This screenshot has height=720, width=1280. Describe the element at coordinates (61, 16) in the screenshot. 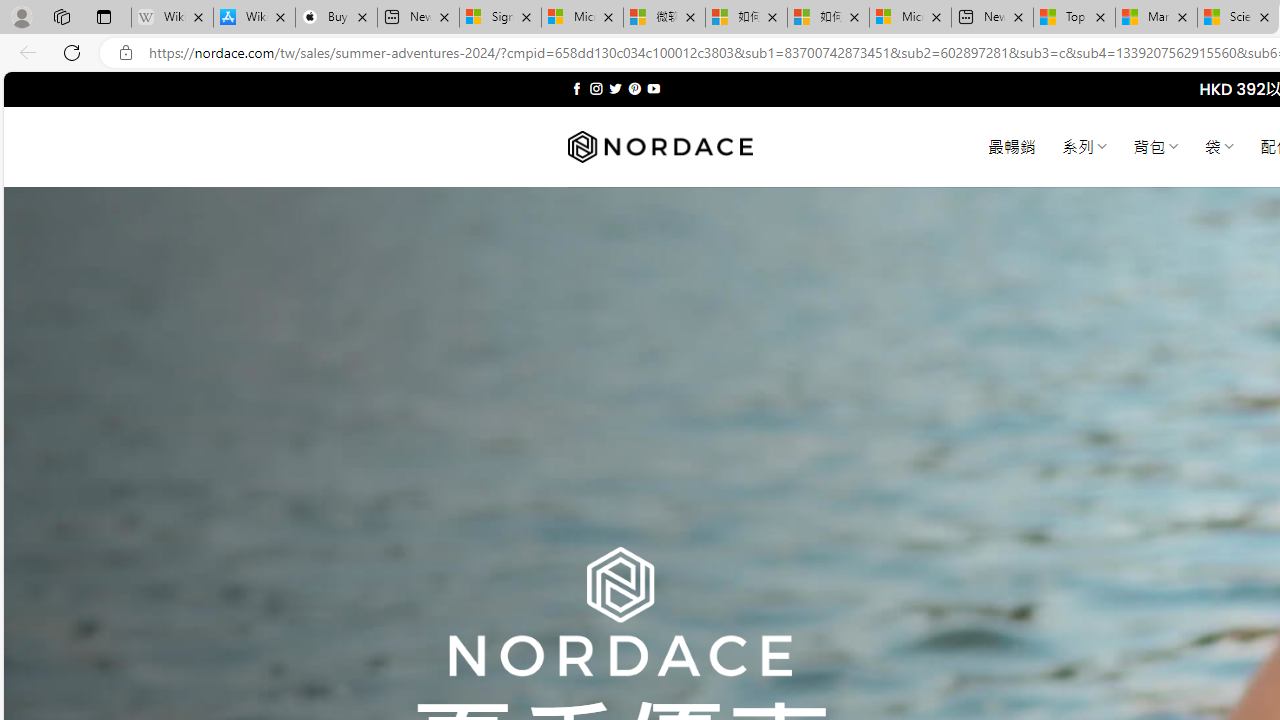

I see `'Workspaces'` at that location.